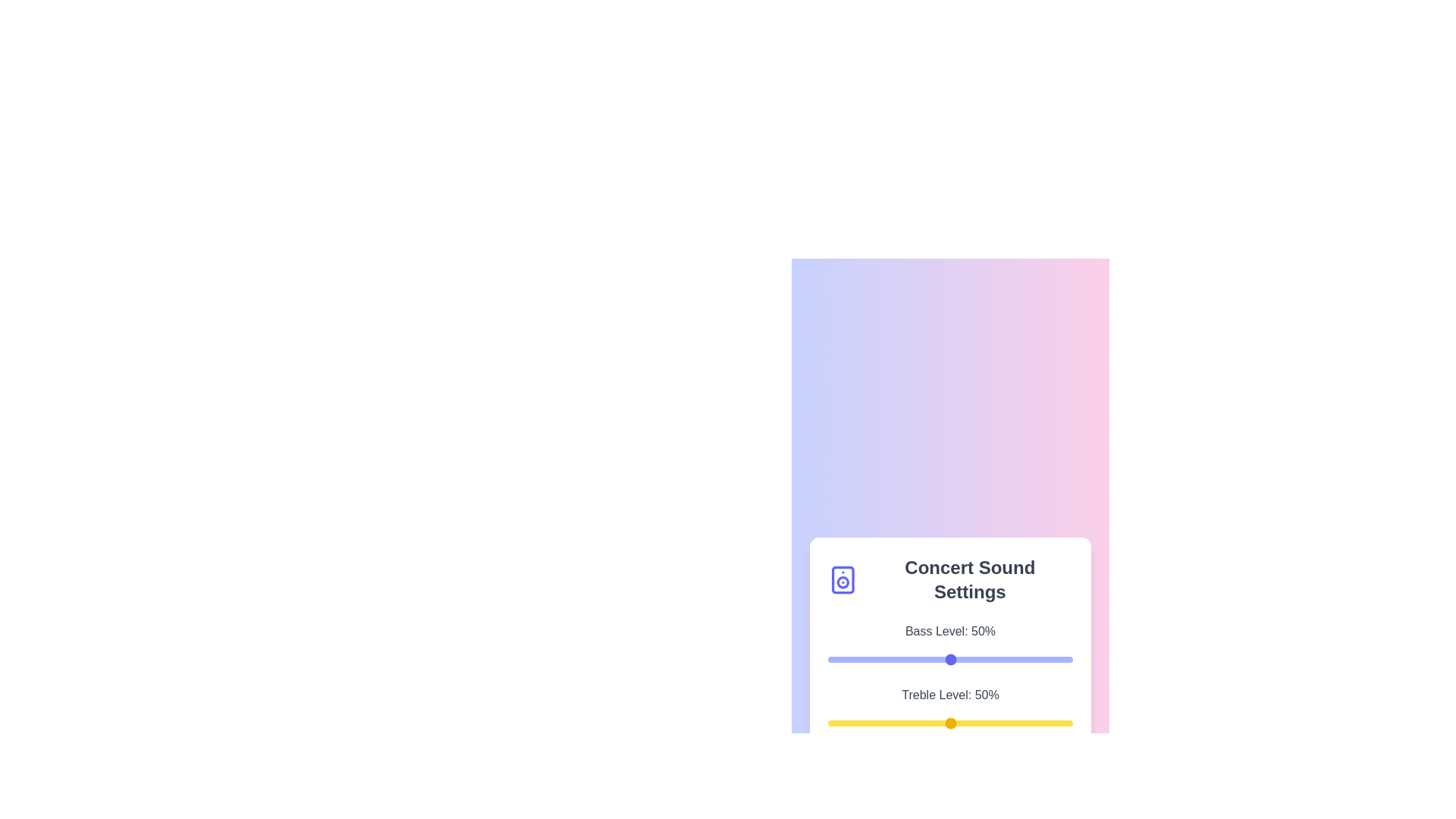 The height and width of the screenshot is (819, 1456). What do you see at coordinates (839, 659) in the screenshot?
I see `the bass level slider to 5%` at bounding box center [839, 659].